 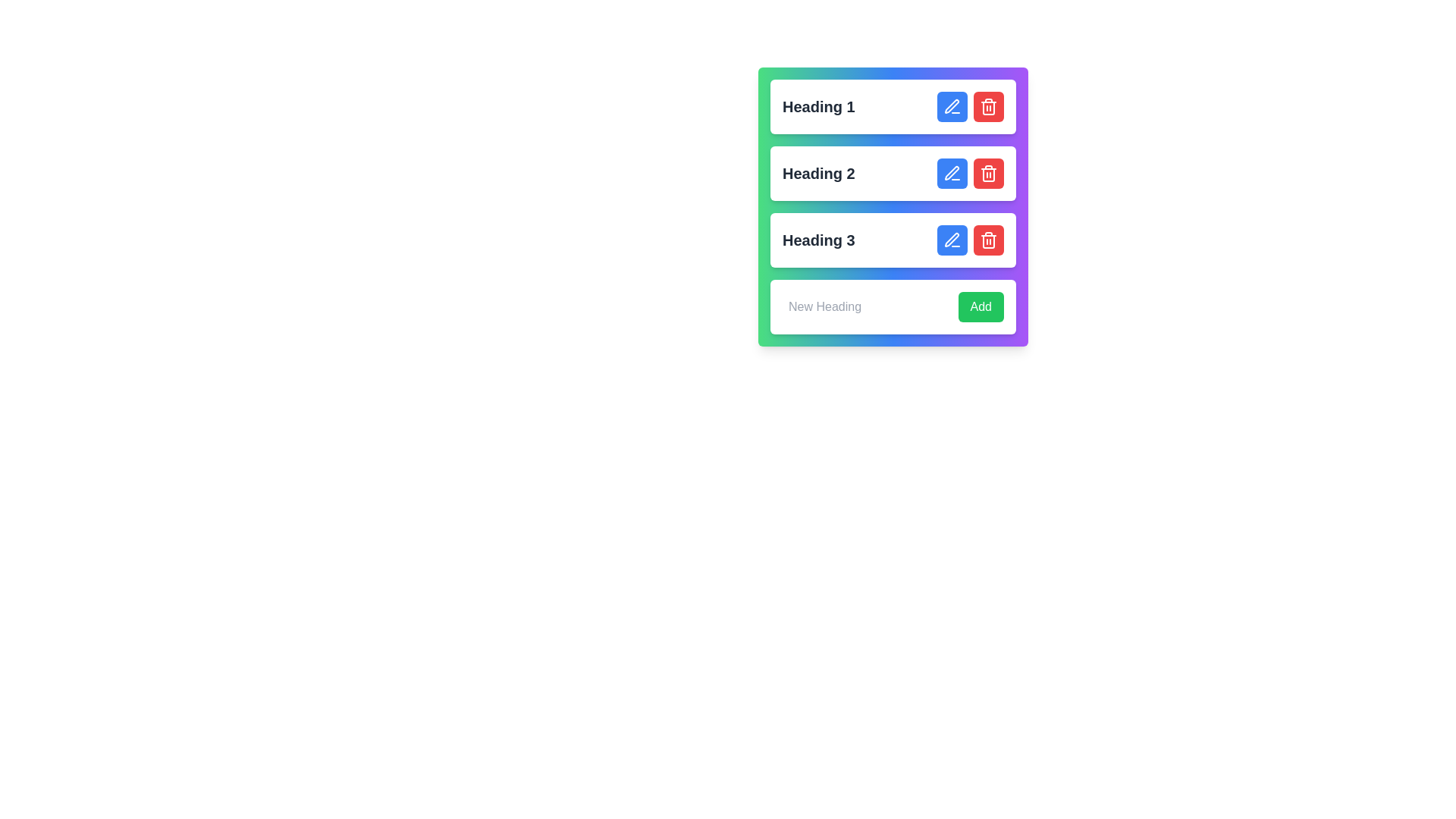 What do you see at coordinates (952, 239) in the screenshot?
I see `the 'Edit' button located to the right of the 'Heading 3' label` at bounding box center [952, 239].